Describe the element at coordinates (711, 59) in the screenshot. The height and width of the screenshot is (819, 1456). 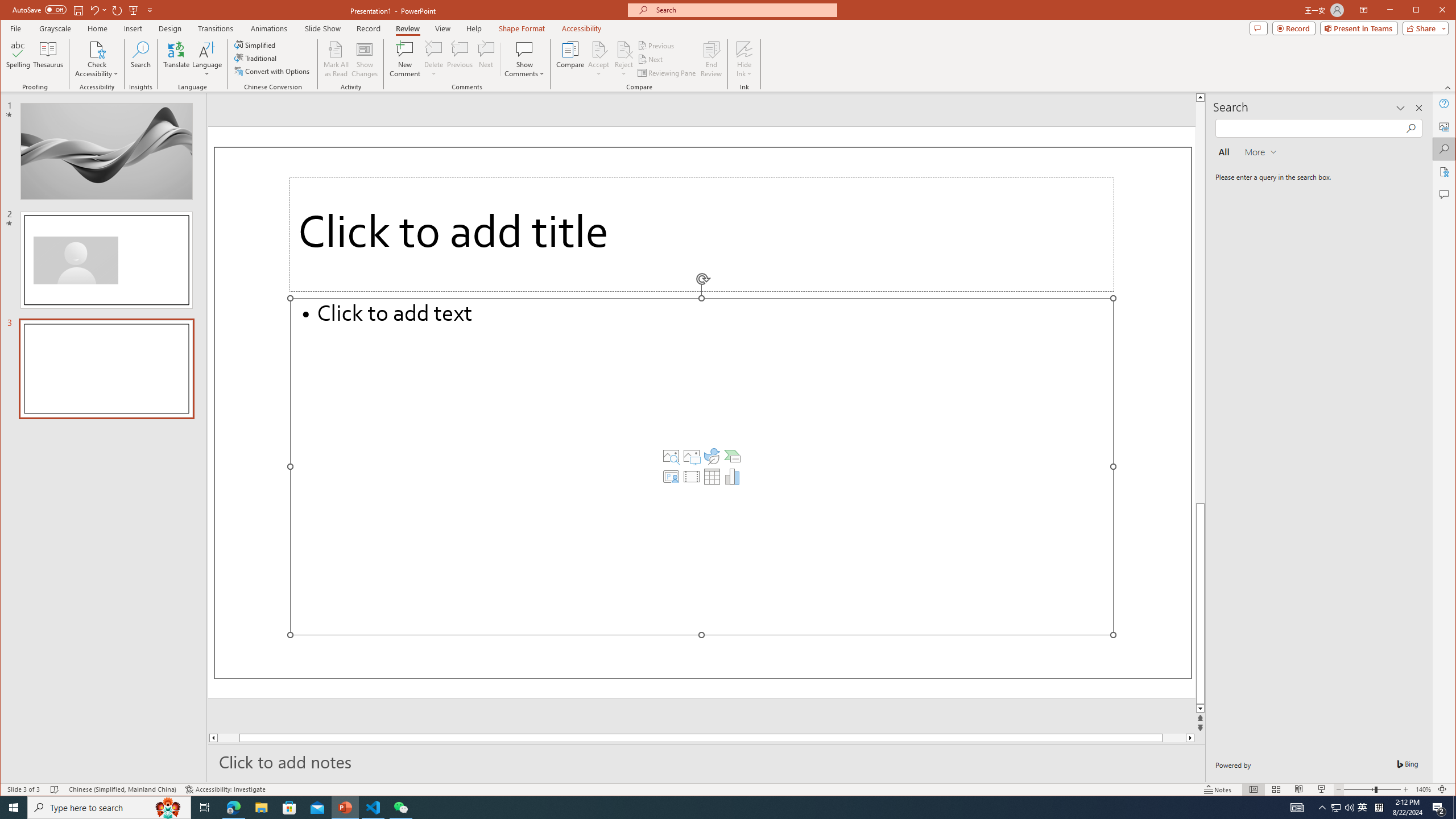
I see `'End Review'` at that location.